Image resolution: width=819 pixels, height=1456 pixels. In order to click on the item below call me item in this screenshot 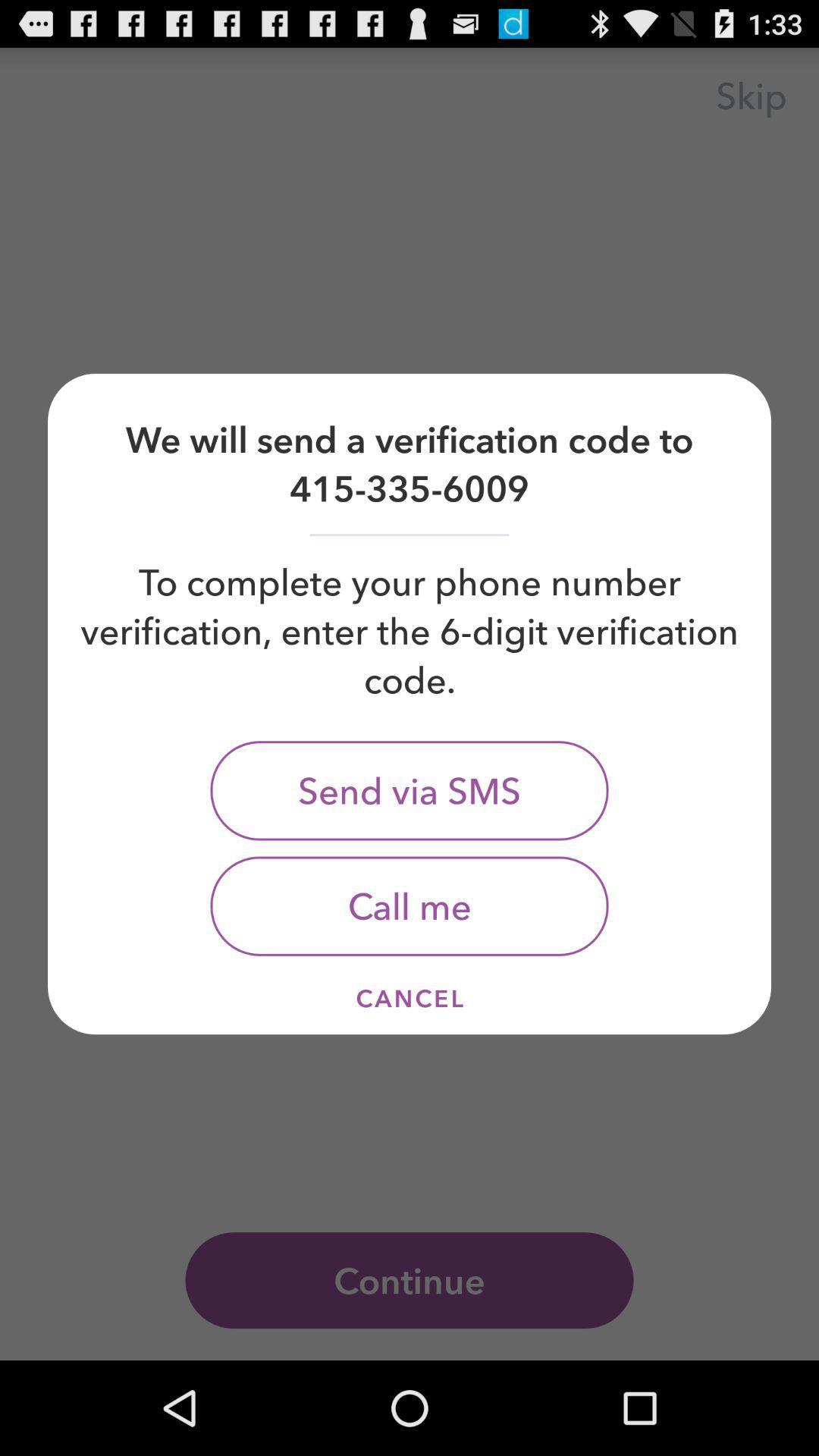, I will do `click(409, 998)`.